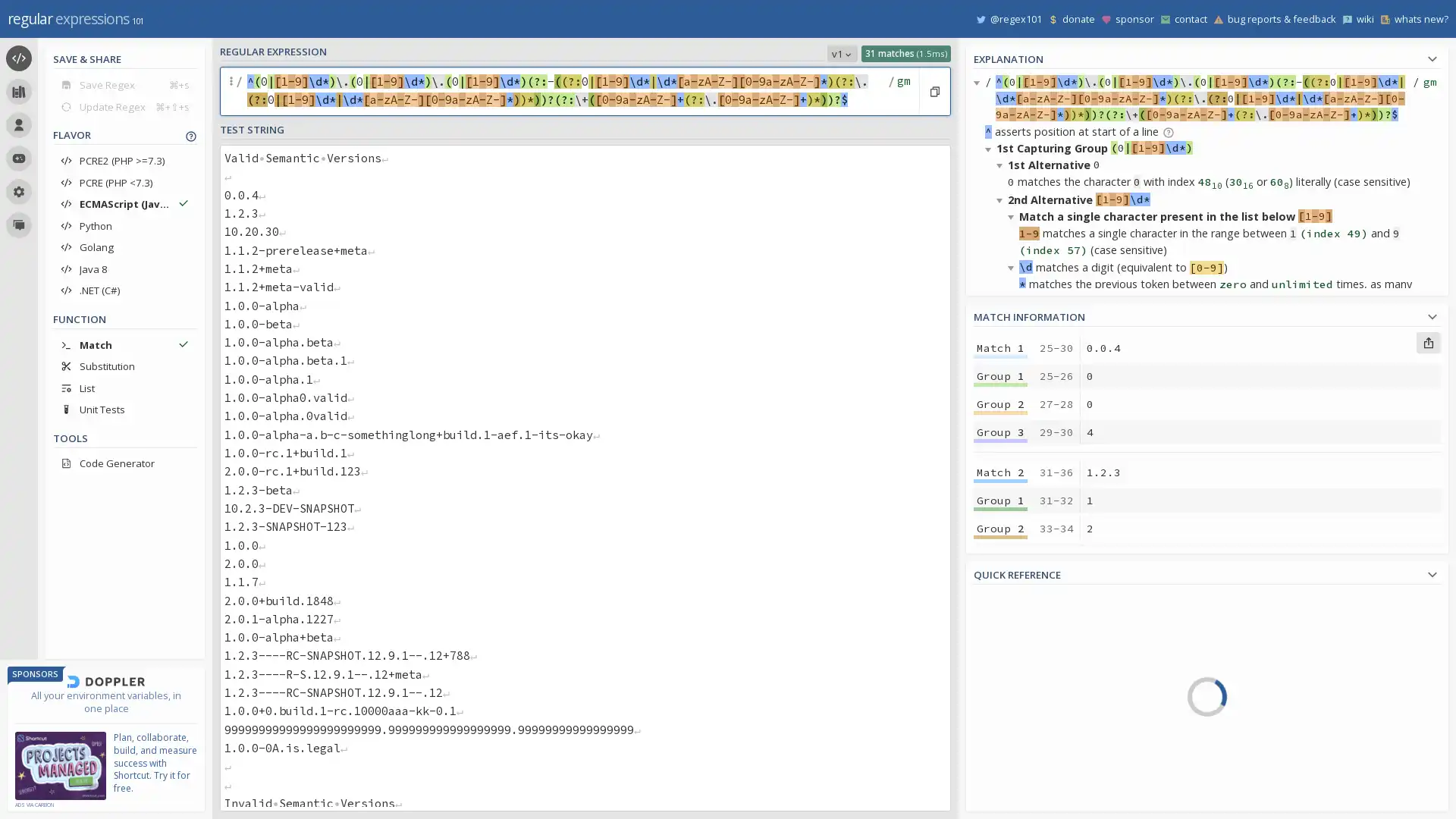 This screenshot has height=819, width=1456. Describe the element at coordinates (1013, 216) in the screenshot. I see `Collapse Subtree` at that location.